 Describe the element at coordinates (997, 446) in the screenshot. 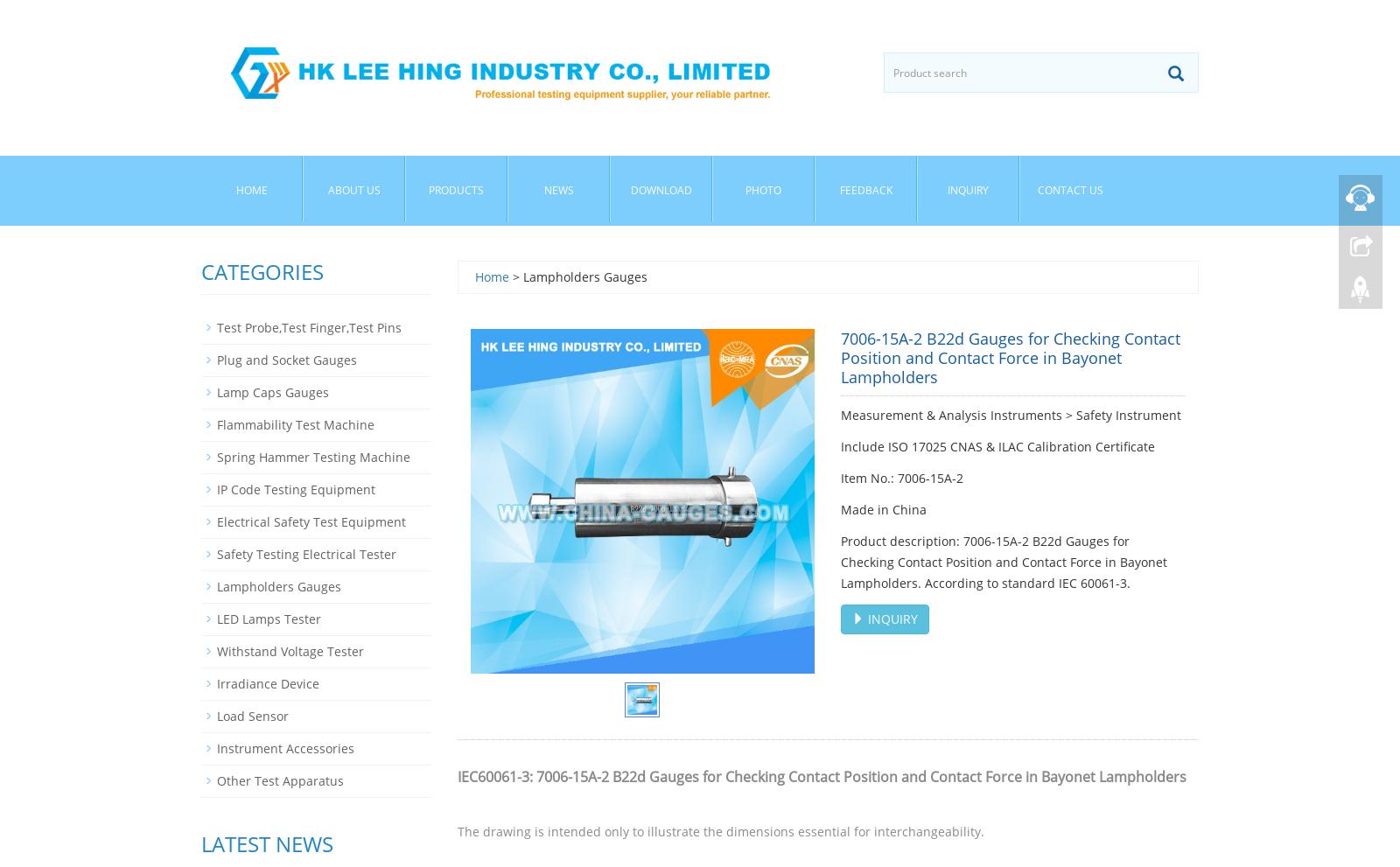

I see `'Include ISO 17025 CNAS & ILAC Calibration Certificate'` at that location.